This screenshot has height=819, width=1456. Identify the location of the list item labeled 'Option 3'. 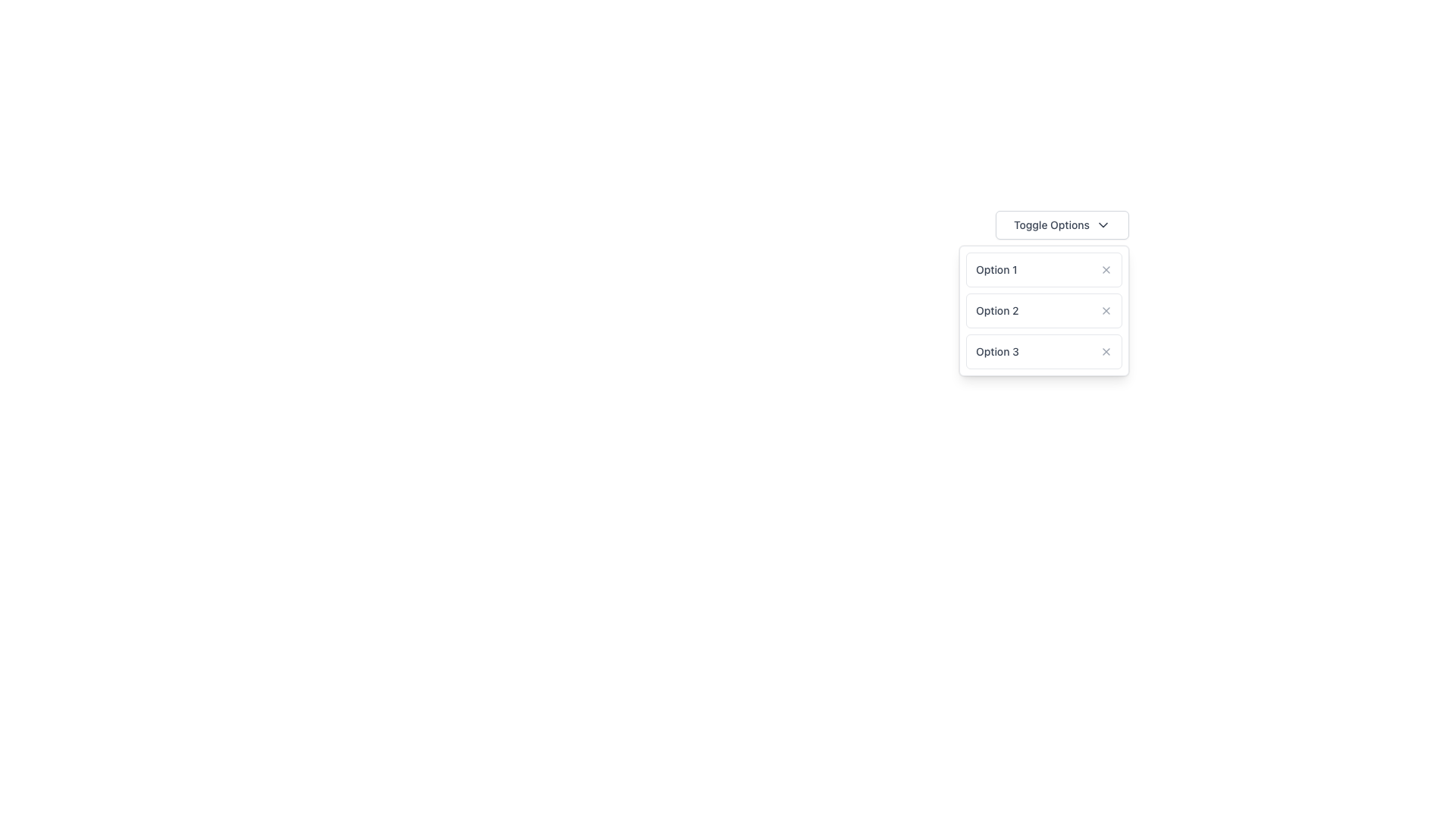
(1043, 351).